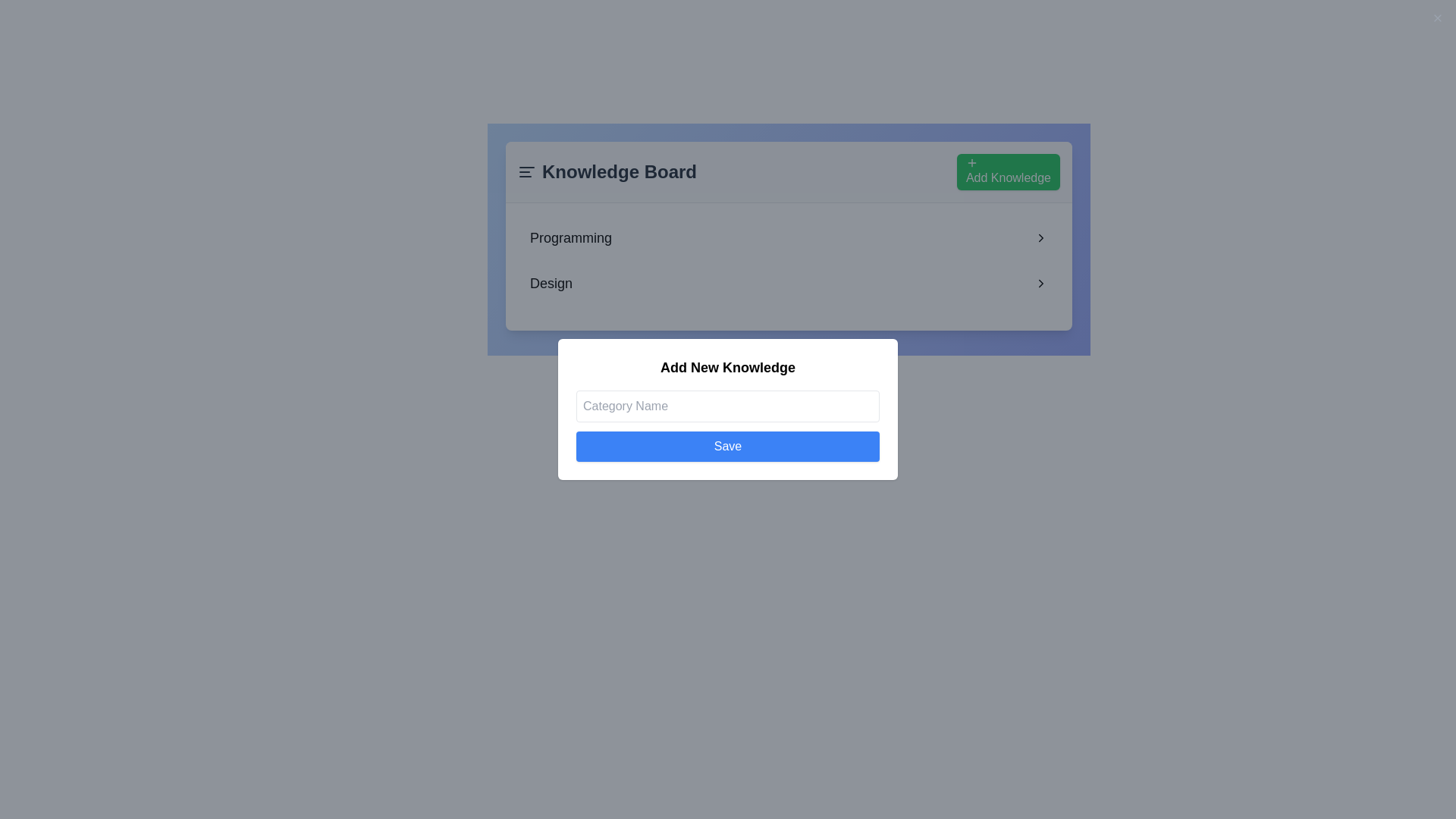 The height and width of the screenshot is (819, 1456). What do you see at coordinates (1040, 237) in the screenshot?
I see `the rightward chevron icon with a black outline located at the right edge of the 'Programming' section` at bounding box center [1040, 237].